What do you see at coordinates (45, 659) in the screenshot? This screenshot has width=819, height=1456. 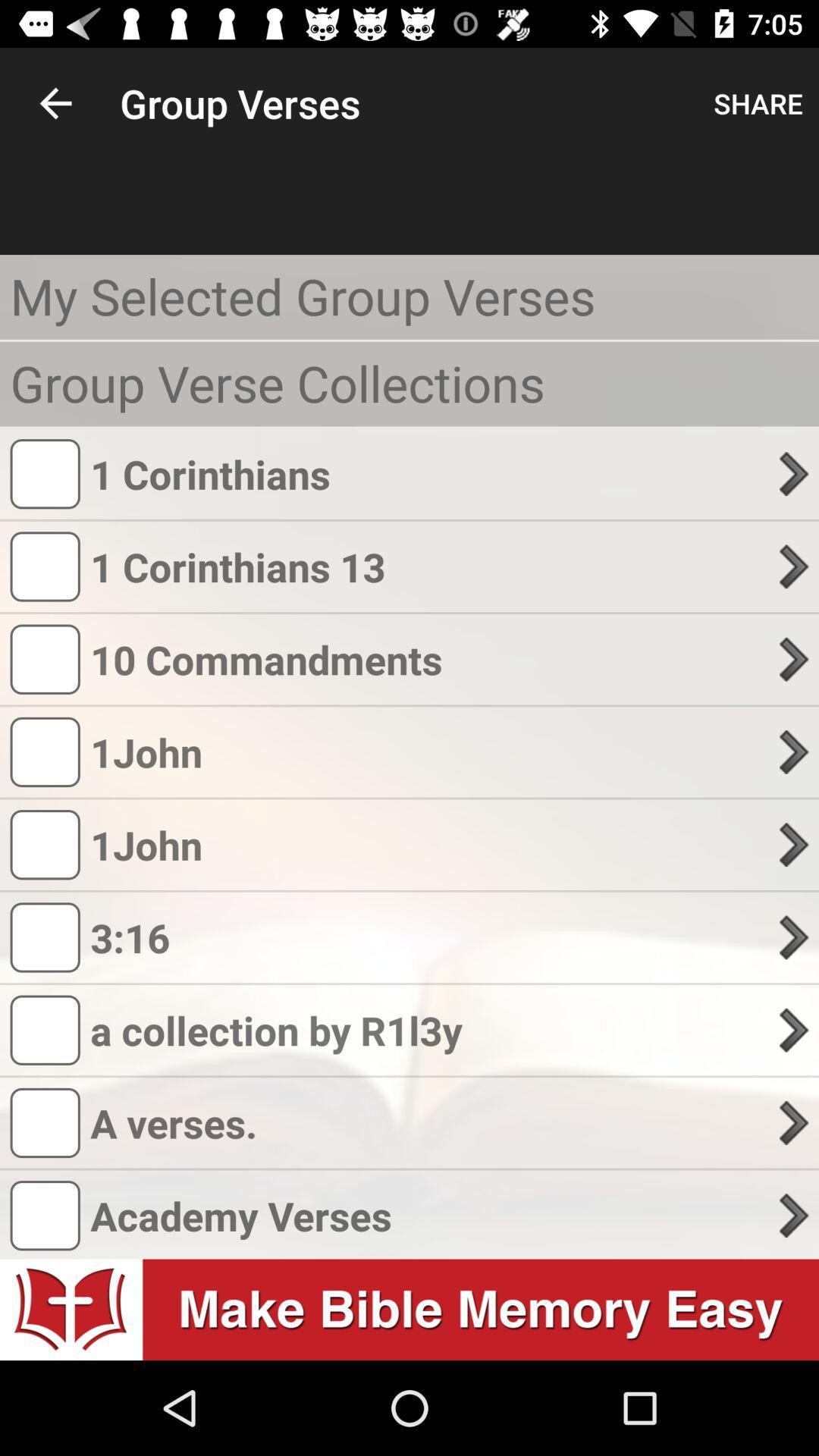 I see `checkbox before 10 commandments text` at bounding box center [45, 659].